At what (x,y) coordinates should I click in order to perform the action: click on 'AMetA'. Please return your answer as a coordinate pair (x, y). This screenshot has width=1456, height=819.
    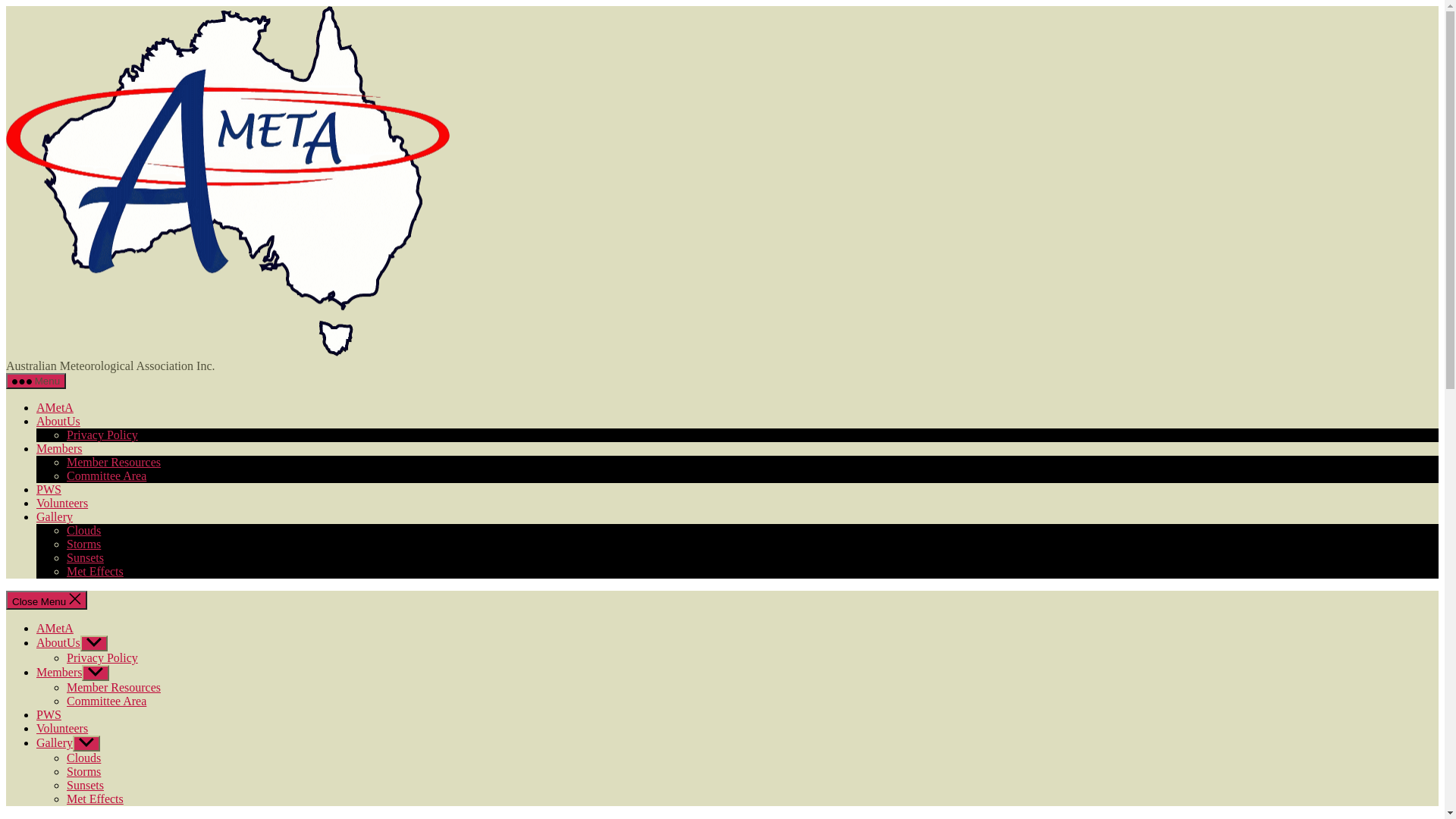
    Looking at the image, I should click on (55, 628).